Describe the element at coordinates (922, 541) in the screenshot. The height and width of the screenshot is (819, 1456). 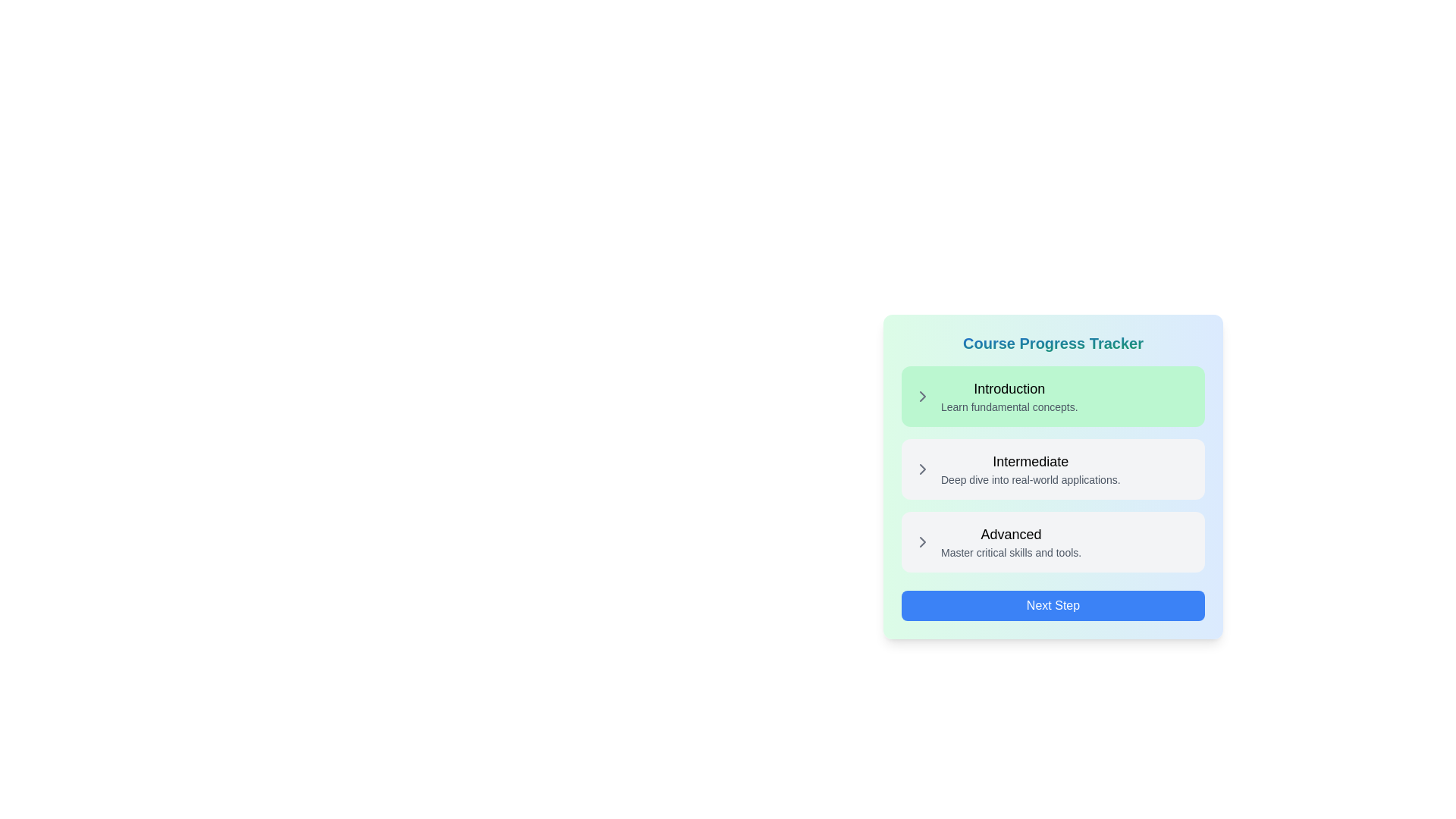
I see `the navigation icon located on the right-hand side of the 'Advanced' text to view additional options` at that location.